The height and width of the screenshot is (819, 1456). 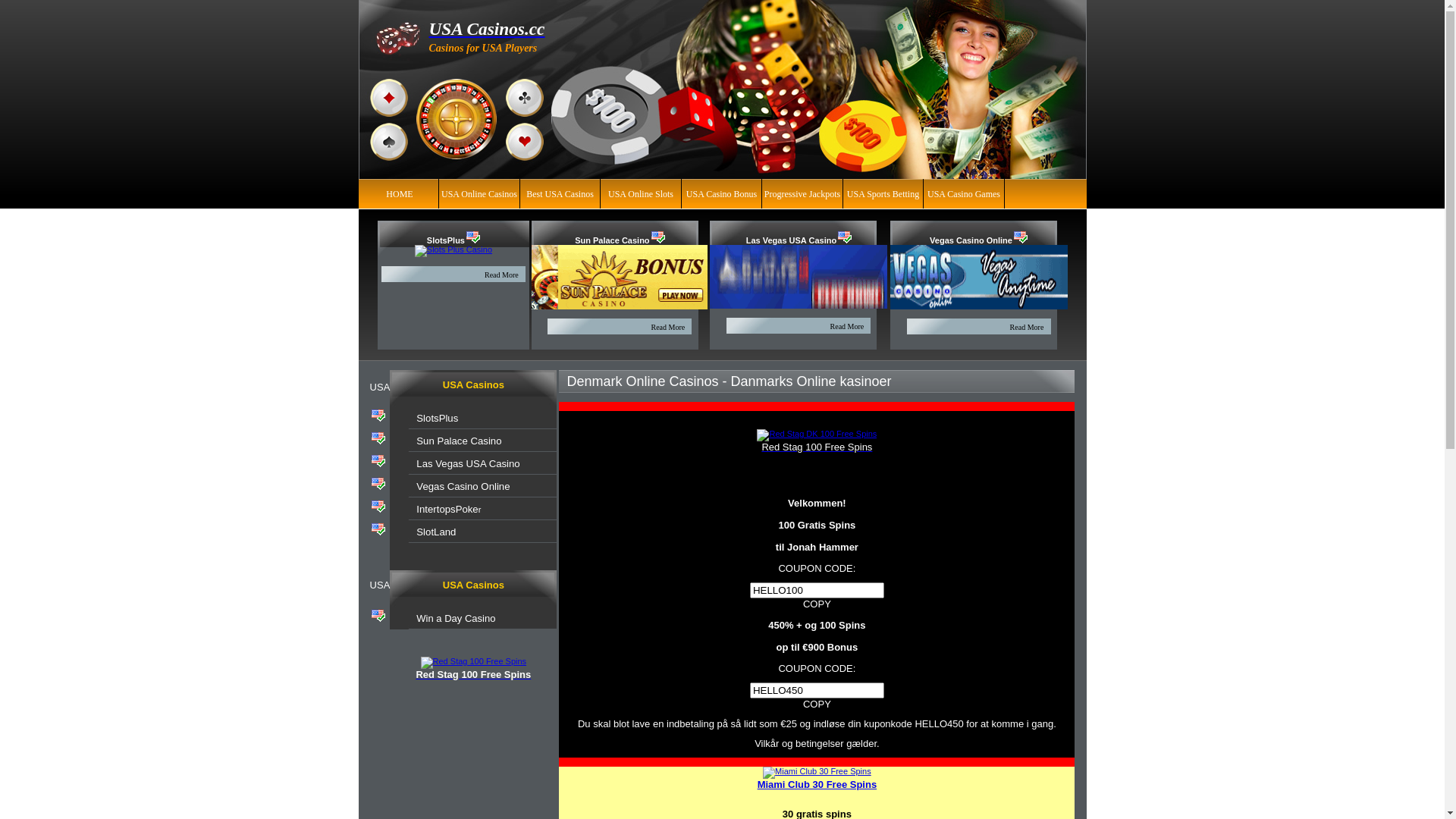 I want to click on 'USA Casino Games', so click(x=963, y=192).